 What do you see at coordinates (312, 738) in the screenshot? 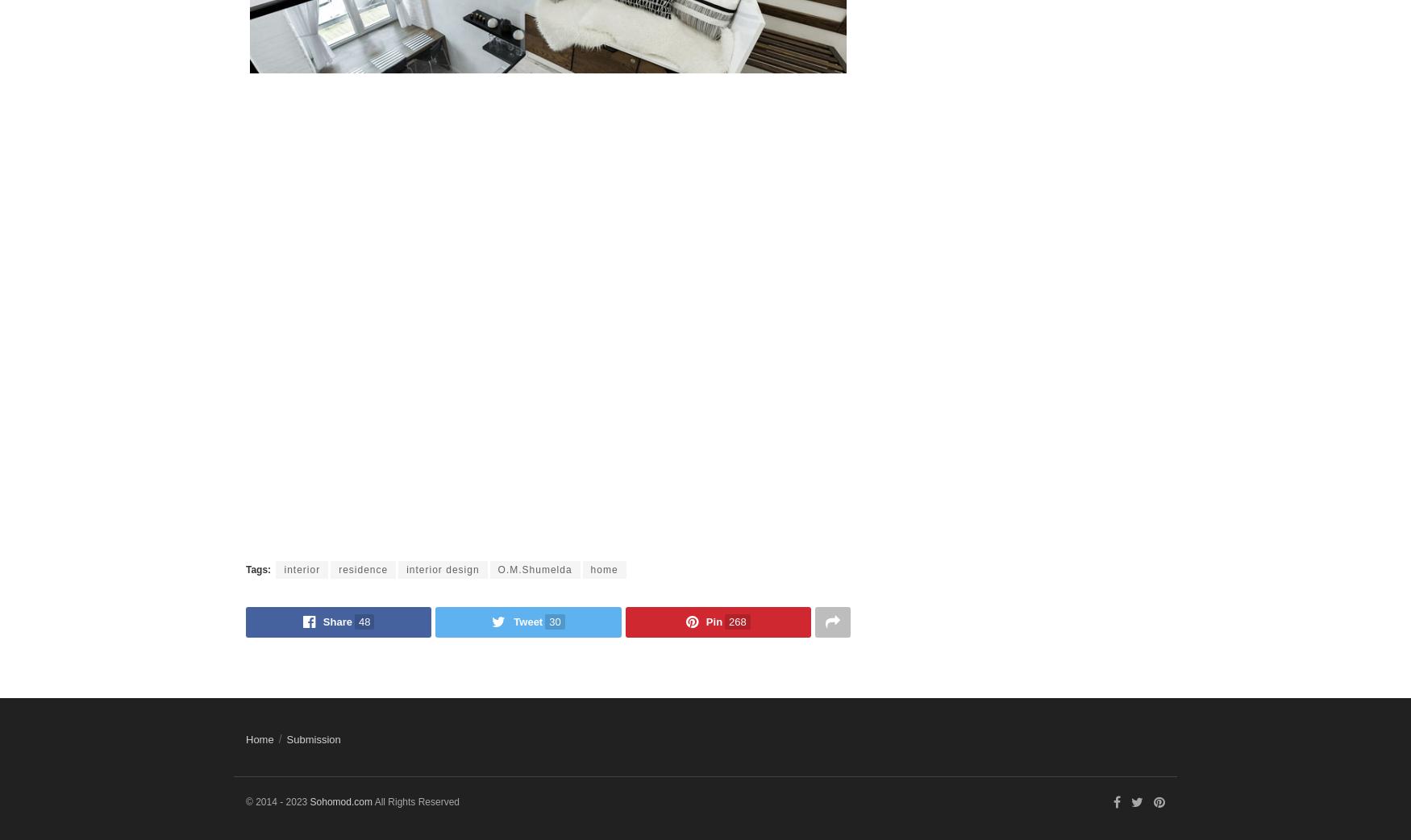
I see `'Submission'` at bounding box center [312, 738].